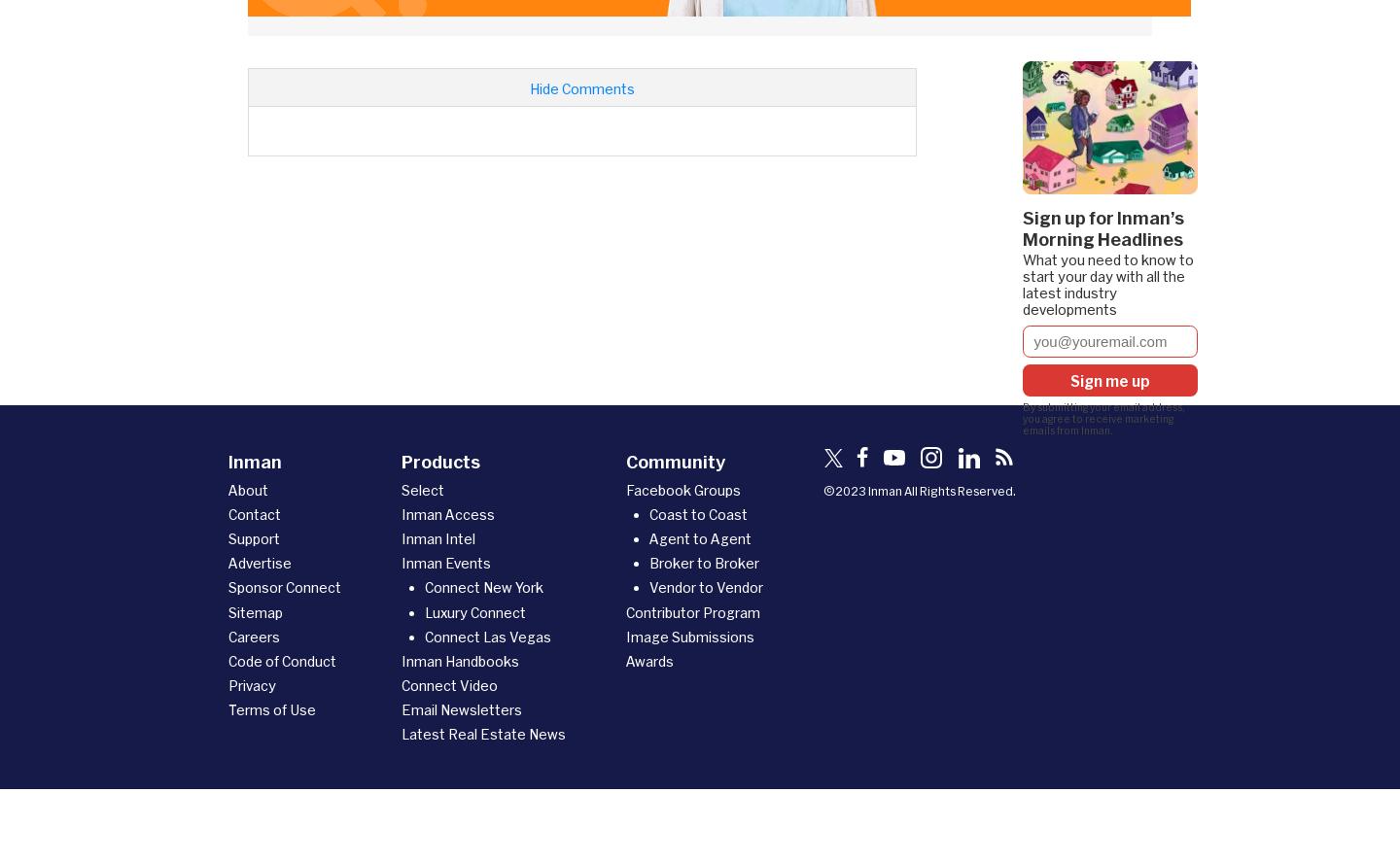 Image resolution: width=1400 pixels, height=862 pixels. What do you see at coordinates (449, 685) in the screenshot?
I see `'Connect Video'` at bounding box center [449, 685].